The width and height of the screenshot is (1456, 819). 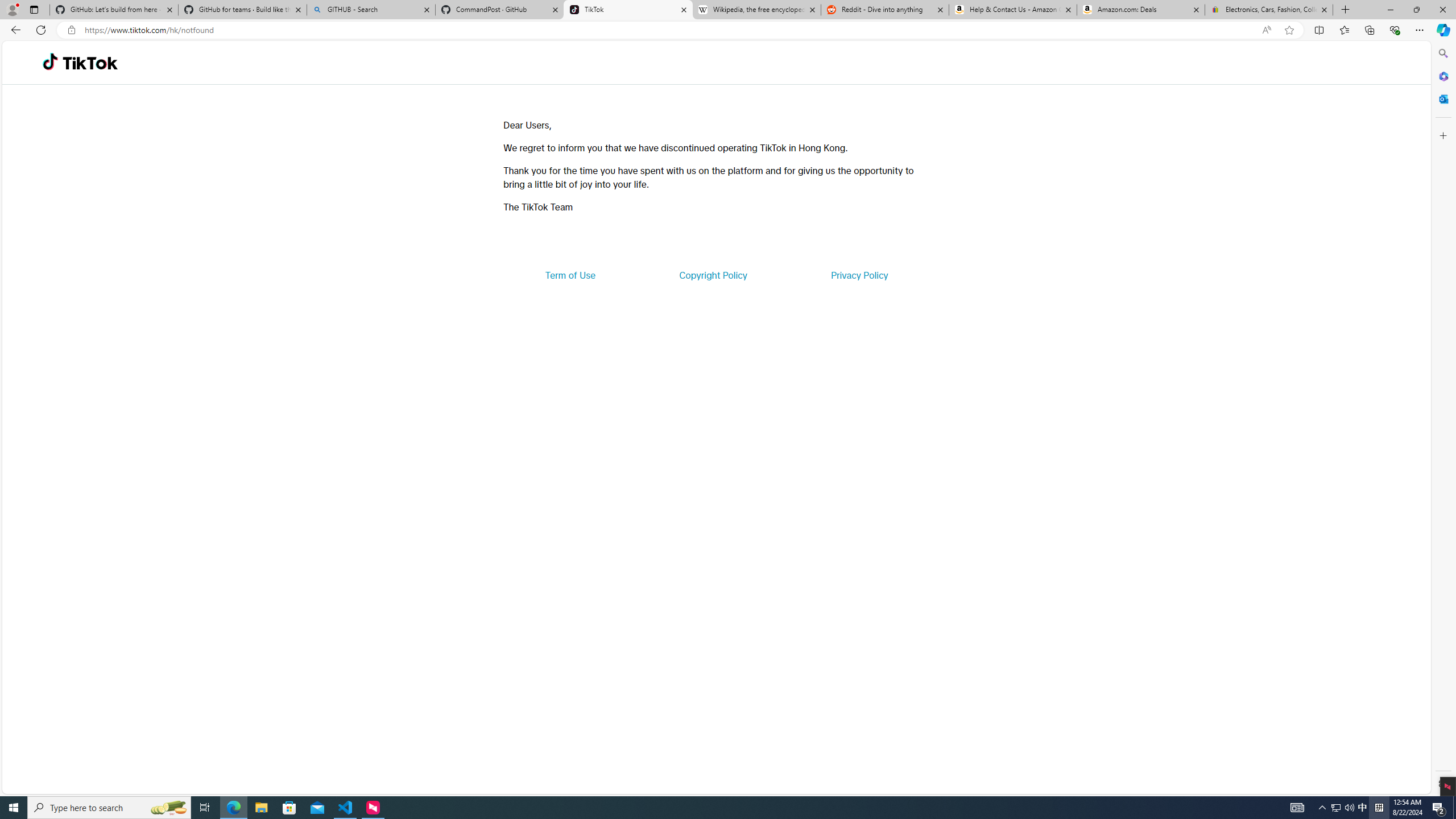 What do you see at coordinates (1140, 9) in the screenshot?
I see `'Amazon.com: Deals'` at bounding box center [1140, 9].